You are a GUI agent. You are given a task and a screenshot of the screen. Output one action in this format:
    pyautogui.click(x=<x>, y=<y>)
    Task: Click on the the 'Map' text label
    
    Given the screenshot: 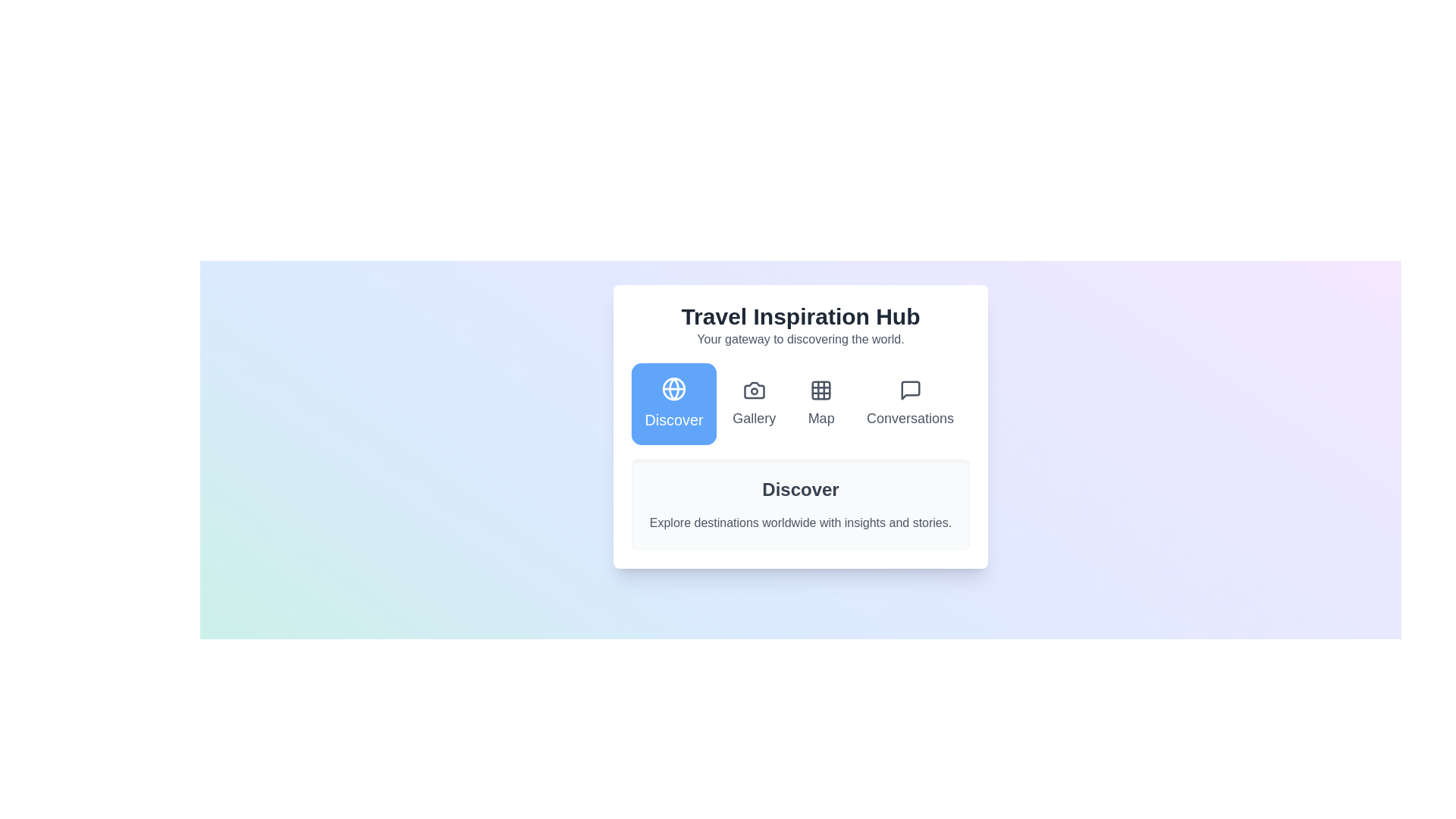 What is the action you would take?
    pyautogui.click(x=821, y=418)
    